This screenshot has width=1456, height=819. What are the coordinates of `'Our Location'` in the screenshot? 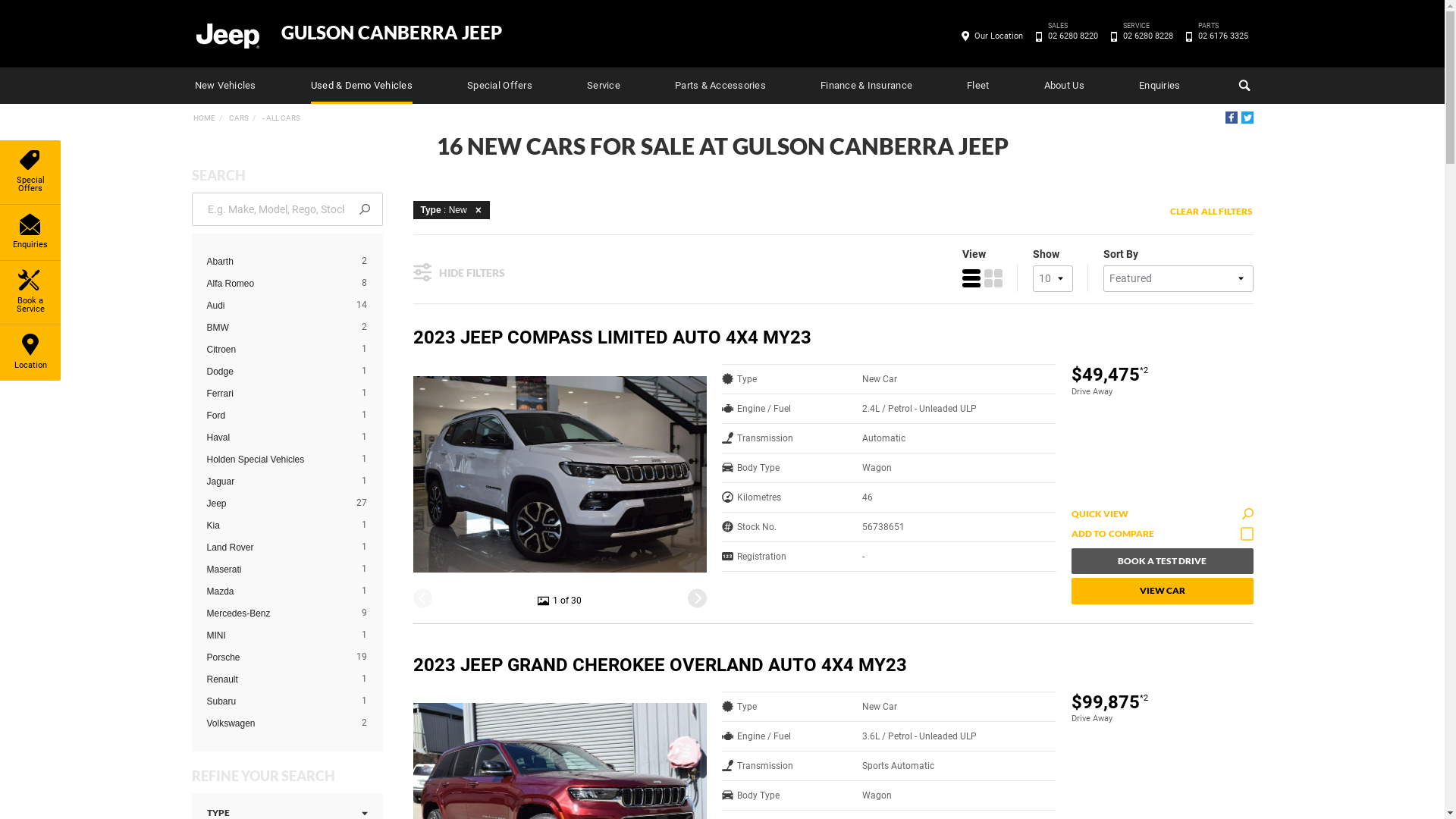 It's located at (968, 35).